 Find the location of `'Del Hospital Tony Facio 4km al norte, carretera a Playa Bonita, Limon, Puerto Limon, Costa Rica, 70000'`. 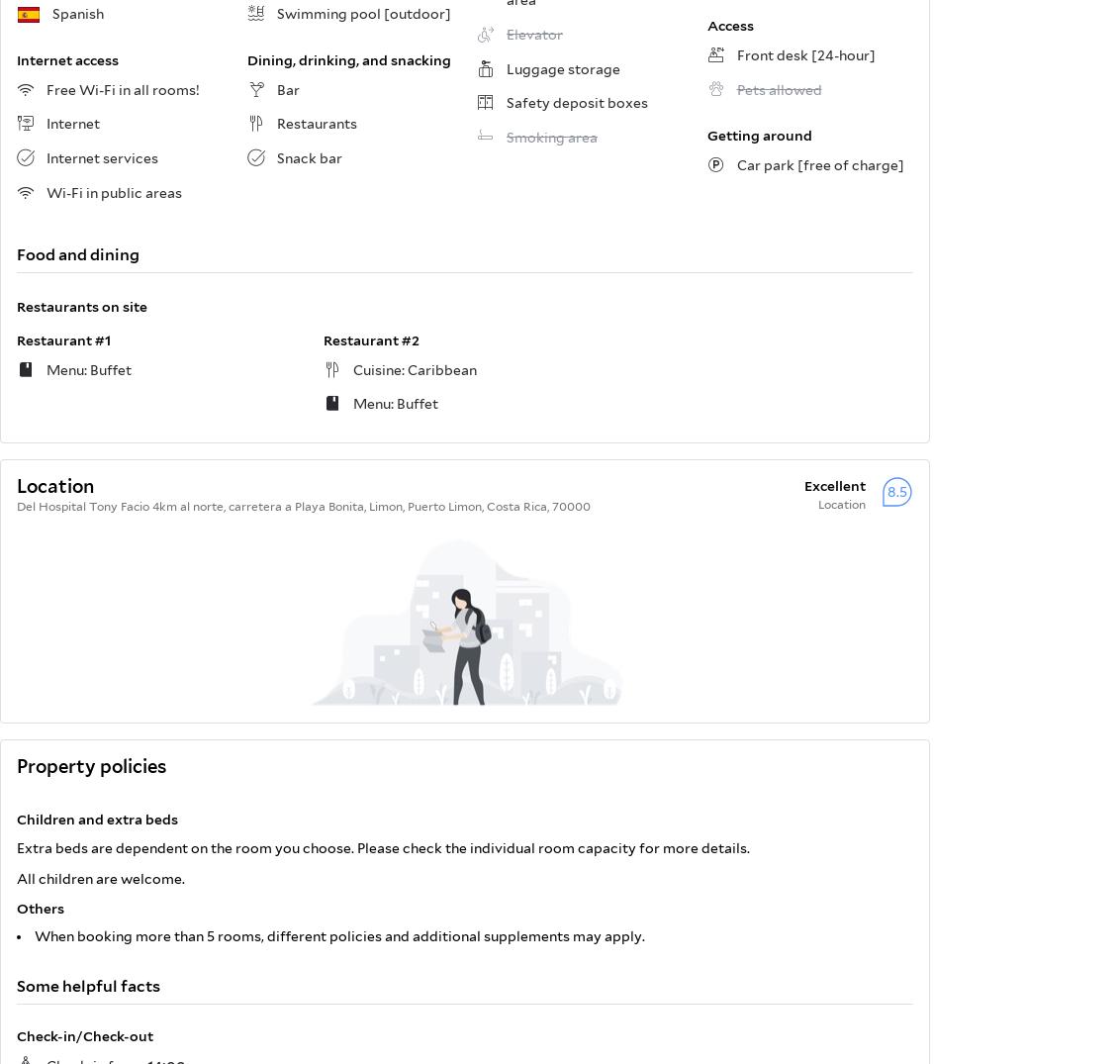

'Del Hospital Tony Facio 4km al norte, carretera a Playa Bonita, Limon, Puerto Limon, Costa Rica, 70000' is located at coordinates (302, 504).